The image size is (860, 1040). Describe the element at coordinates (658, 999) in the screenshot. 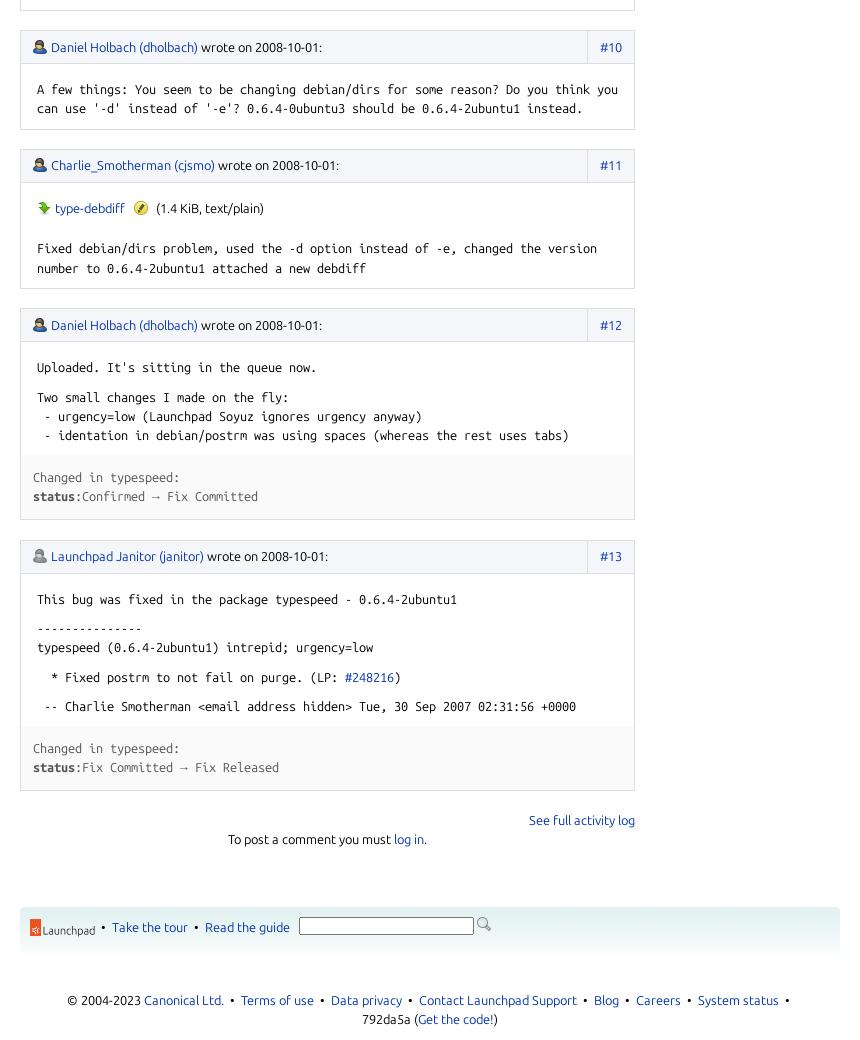

I see `'Careers'` at that location.